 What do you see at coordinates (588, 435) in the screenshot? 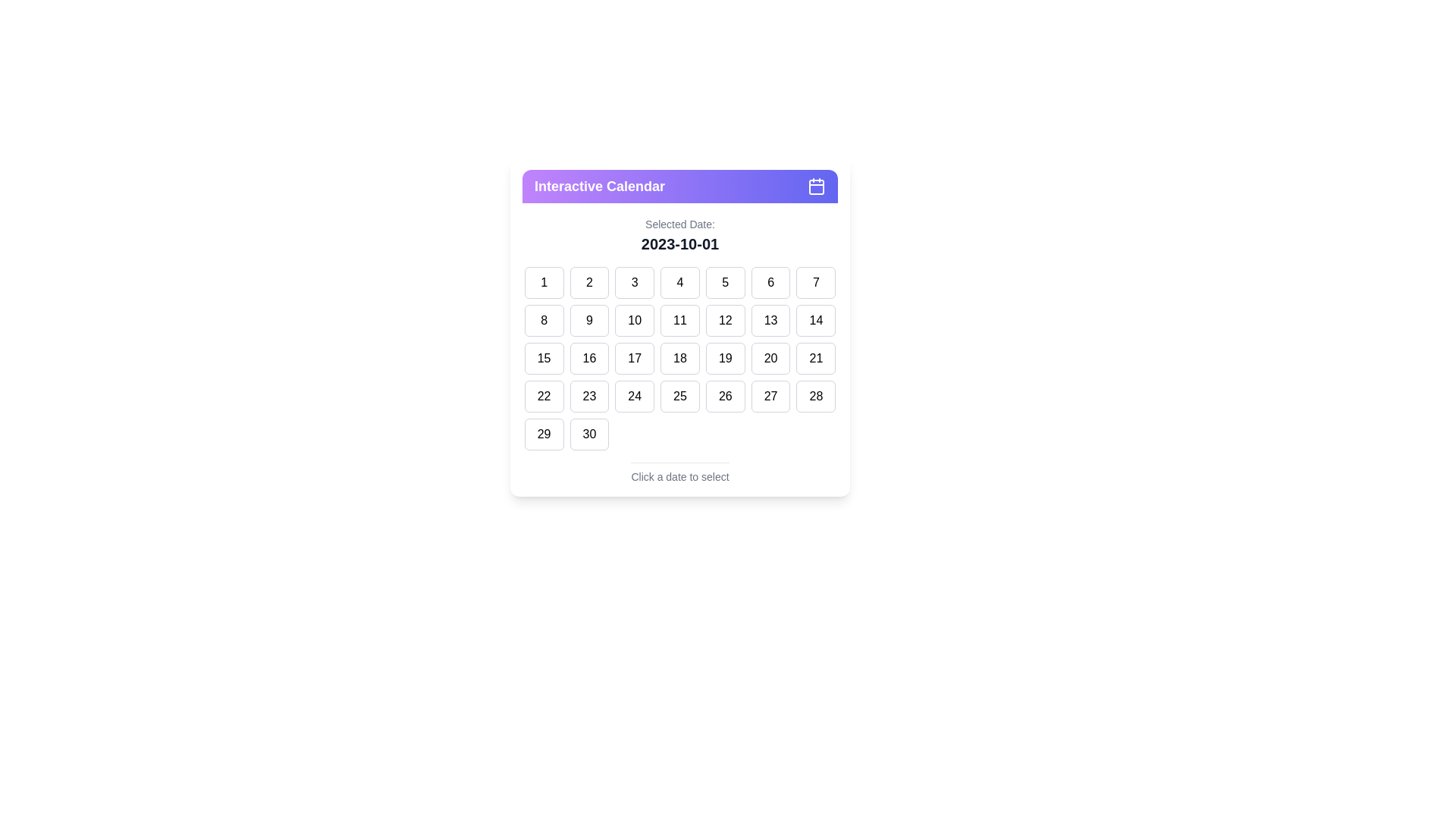
I see `the date selector button for the 30th day in the interactive calendar located in the second column of the last row of the calendar grid` at bounding box center [588, 435].